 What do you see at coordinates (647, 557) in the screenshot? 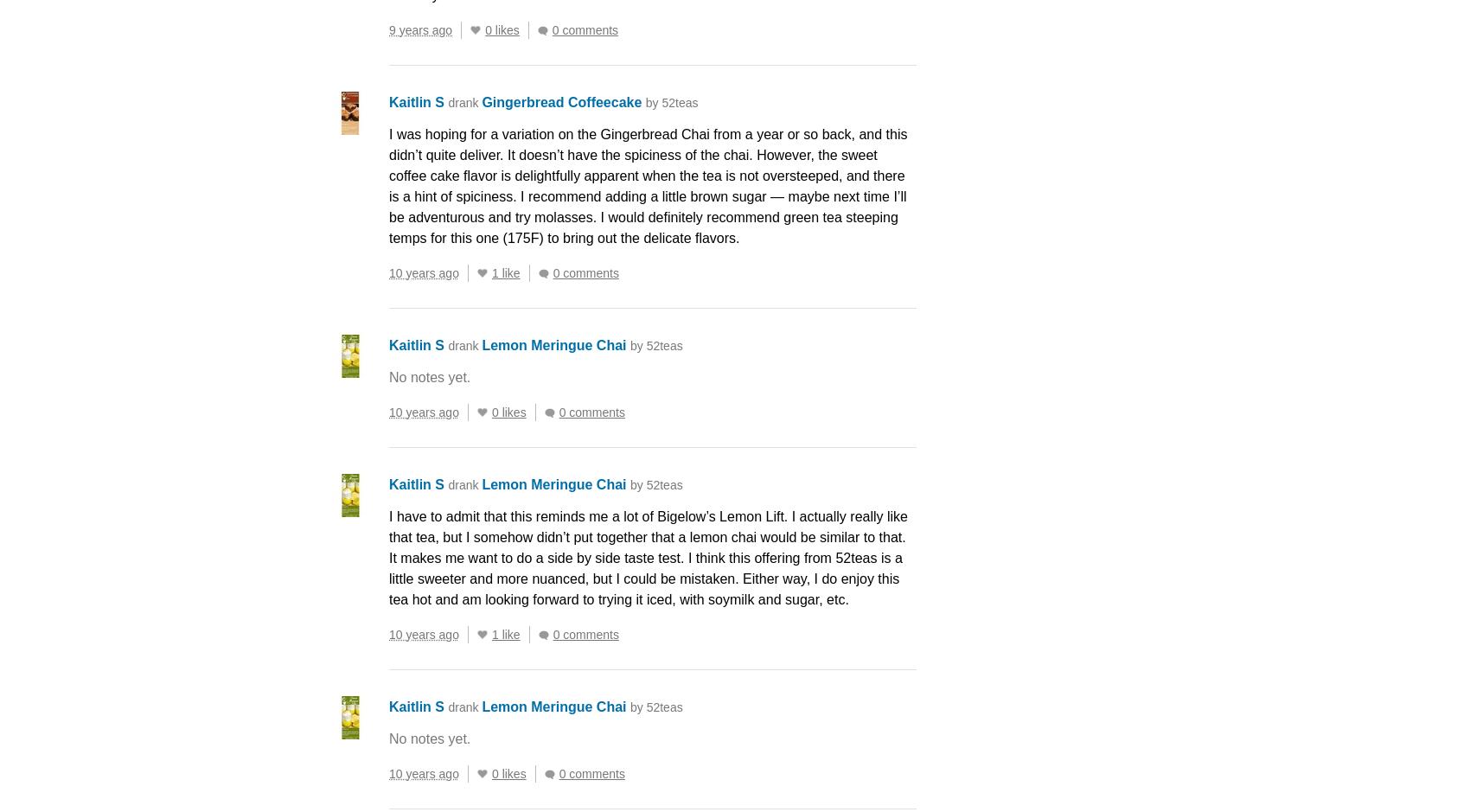
I see `'I have to admit that this reminds me a lot of Bigelow’s Lemon Lift. I actually really like that tea, but I somehow didn’t put together that a lemon chai would be similar to that. It makes me want to do a side by side taste test. I think this offering from 52teas is a little sweeter and more nuanced, but I could be mistaken. Either way, I do enjoy this tea hot and am looking forward to trying it iced, with soymilk and sugar, etc.'` at bounding box center [647, 557].